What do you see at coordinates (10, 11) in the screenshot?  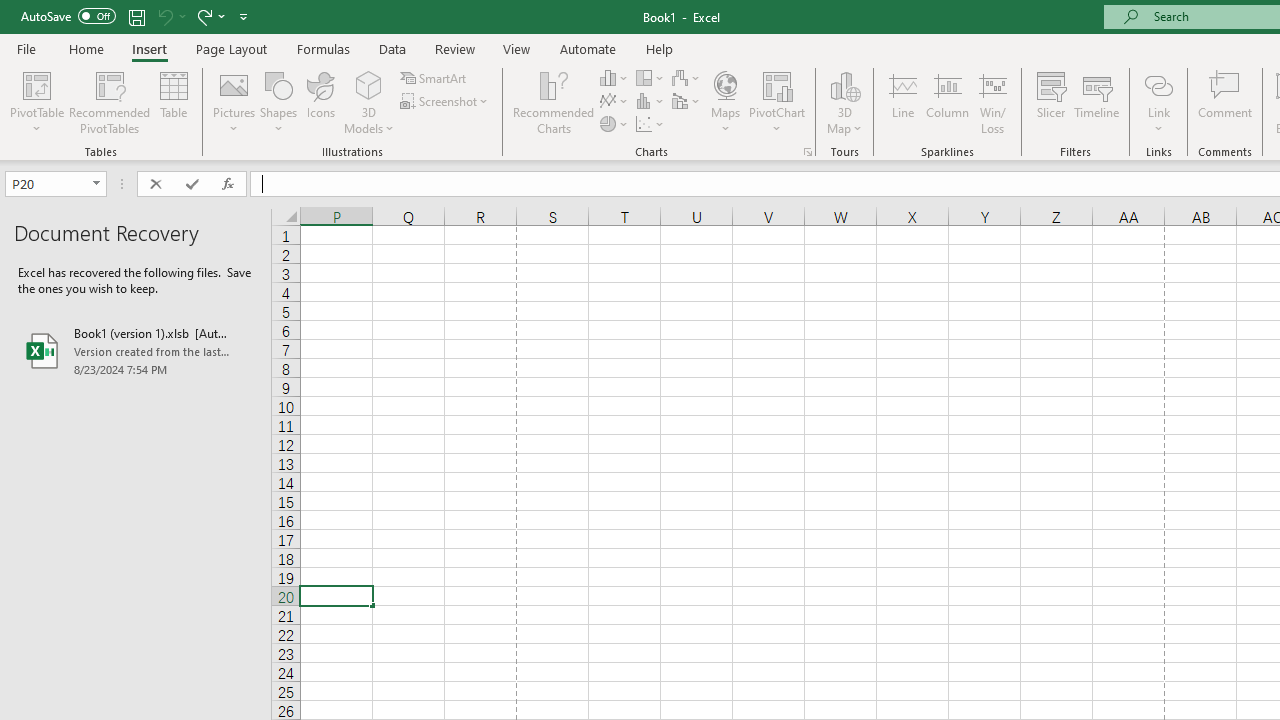 I see `'System'` at bounding box center [10, 11].